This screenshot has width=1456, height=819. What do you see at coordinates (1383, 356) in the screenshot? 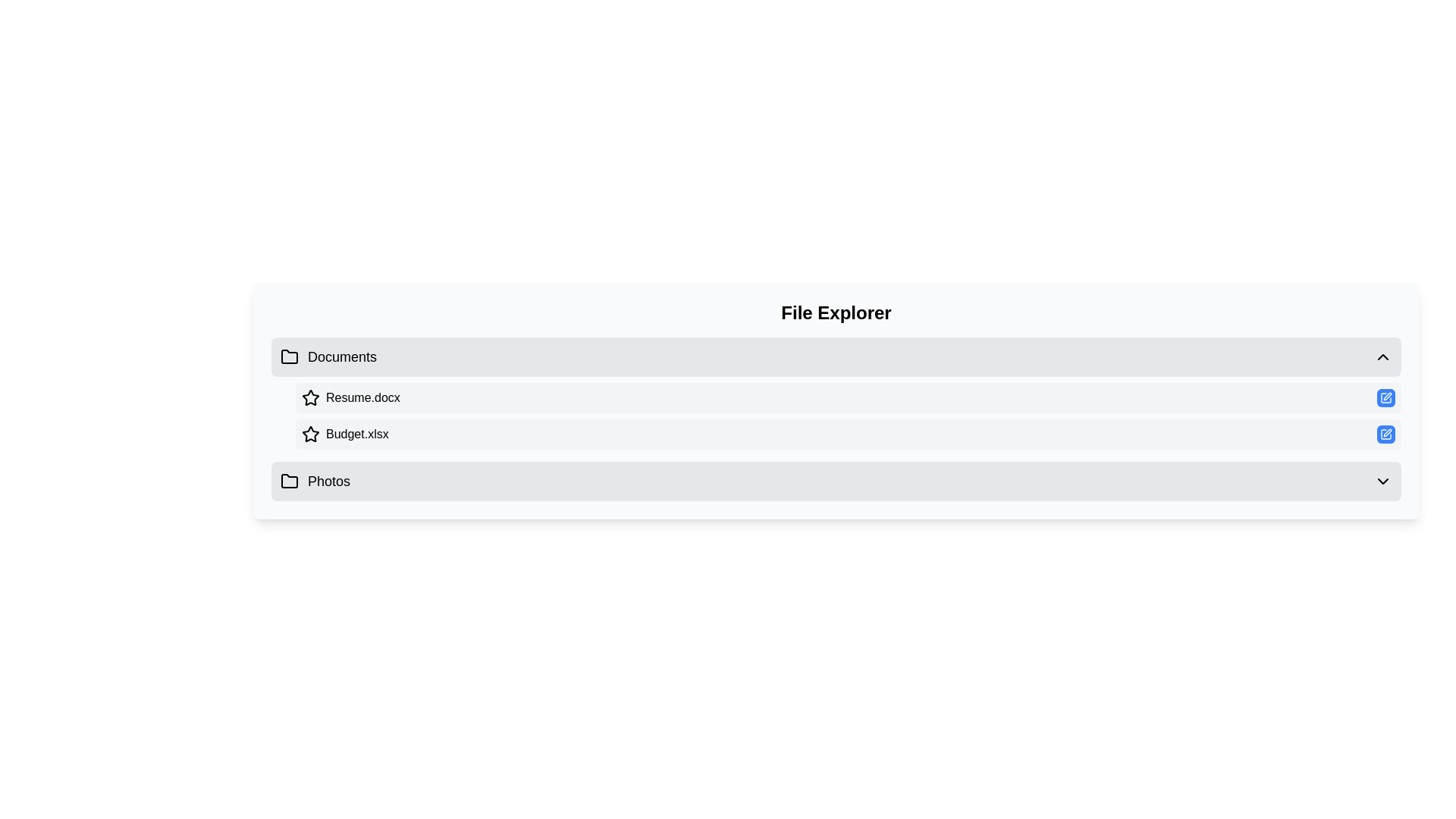
I see `the Chevron toggle icon located on the right side of the 'Documents' section header` at bounding box center [1383, 356].